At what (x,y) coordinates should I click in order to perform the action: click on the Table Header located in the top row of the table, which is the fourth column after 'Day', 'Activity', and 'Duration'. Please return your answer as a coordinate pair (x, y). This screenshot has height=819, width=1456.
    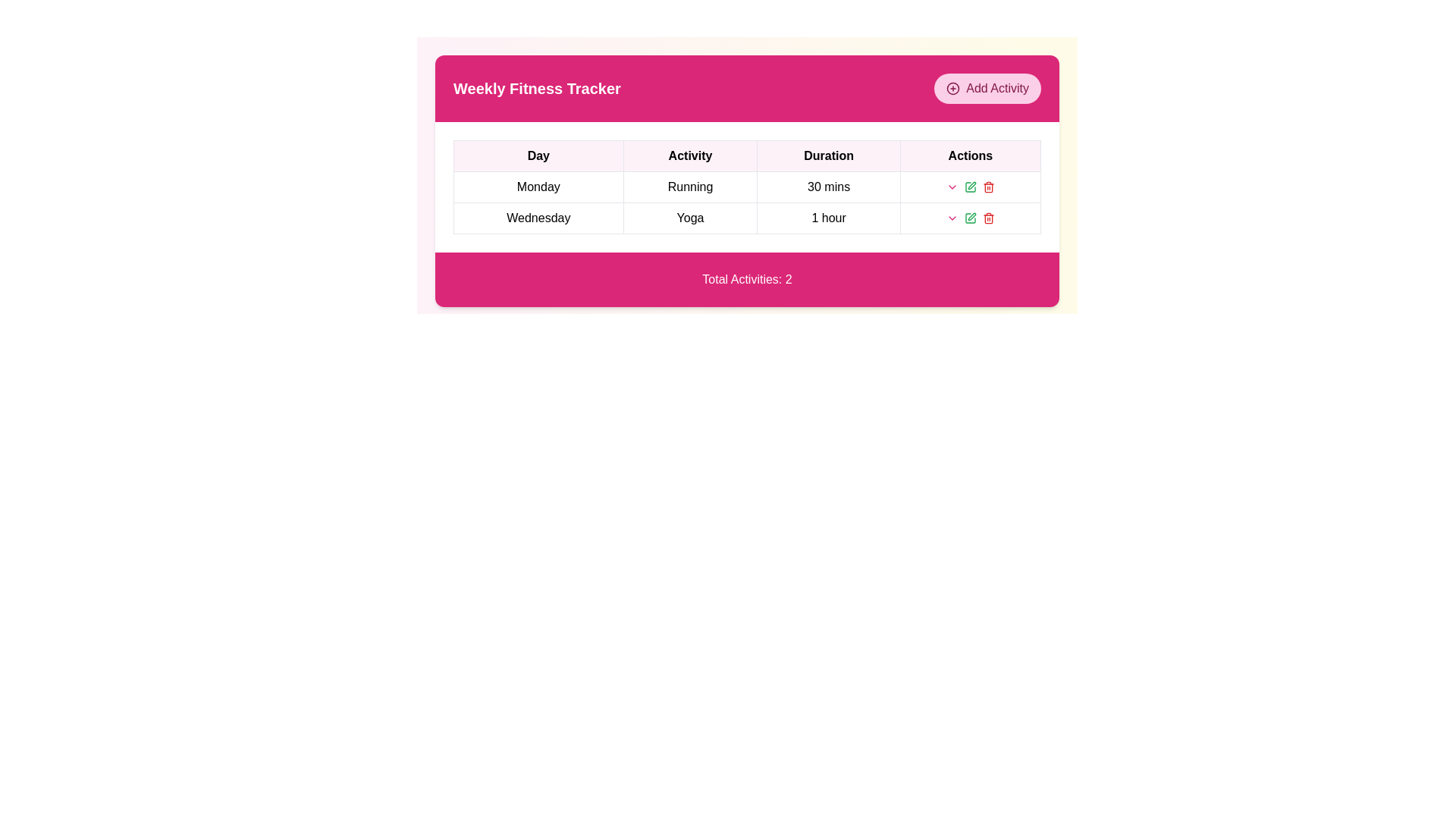
    Looking at the image, I should click on (969, 155).